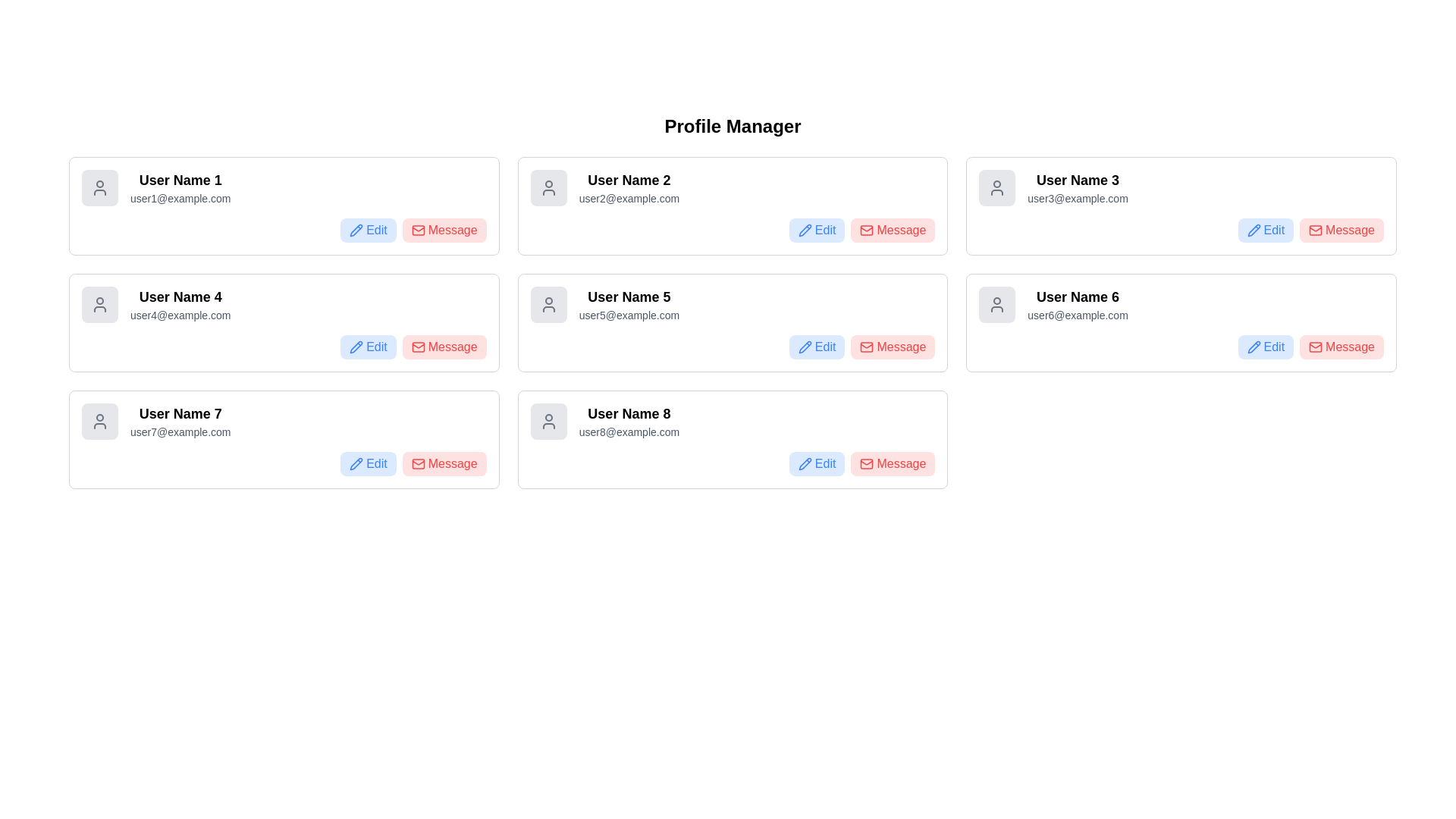 The height and width of the screenshot is (819, 1456). I want to click on the Text Label indicating the functionality of the 'Message' button for 'User Name 6', which is positioned to the right of the 'Edit' button within the profile card, so click(1350, 347).